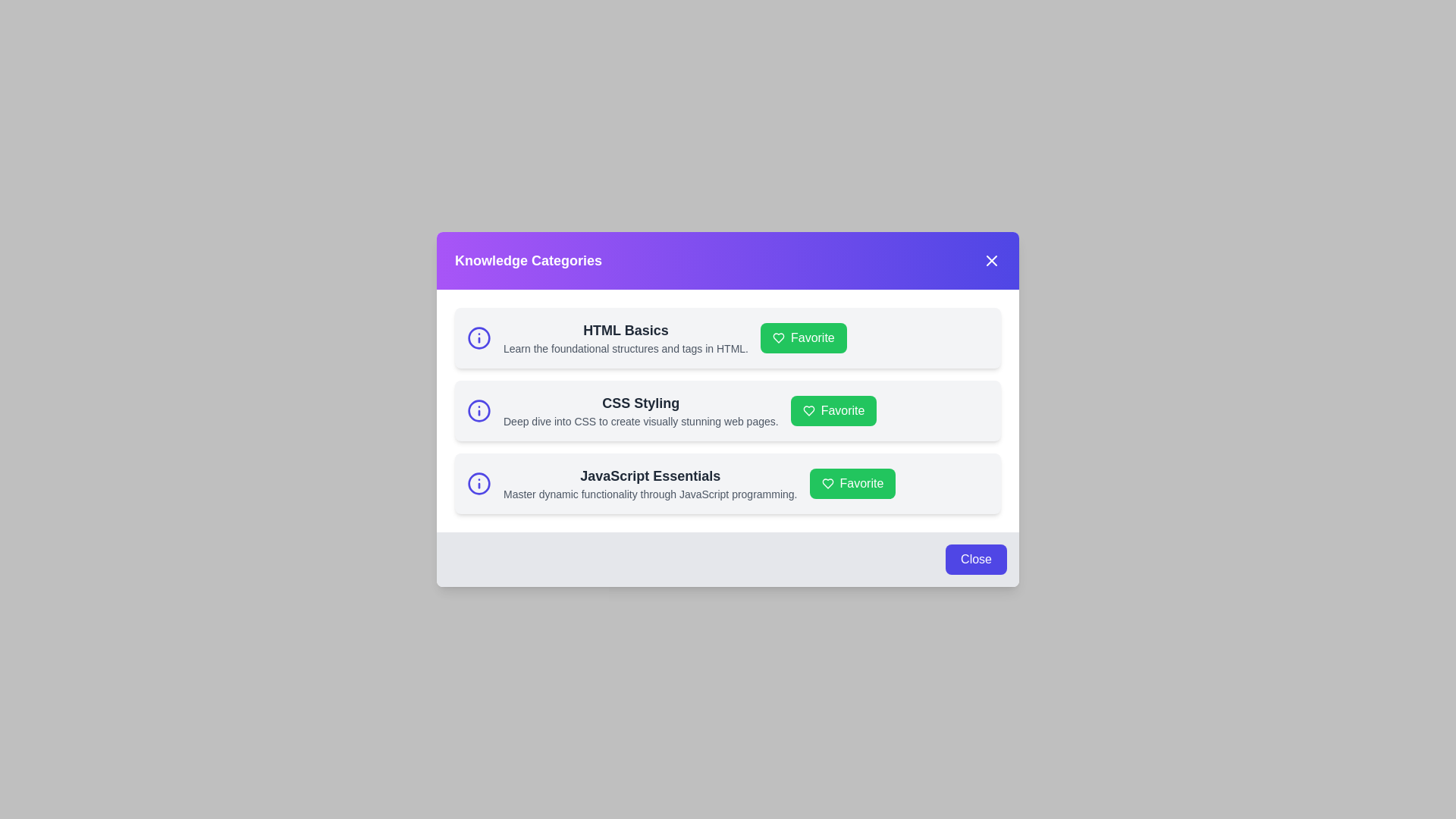  Describe the element at coordinates (728, 411) in the screenshot. I see `the Information Card with Button, which is the second card in a vertical arrangement, to trigger additional interaction options` at that location.